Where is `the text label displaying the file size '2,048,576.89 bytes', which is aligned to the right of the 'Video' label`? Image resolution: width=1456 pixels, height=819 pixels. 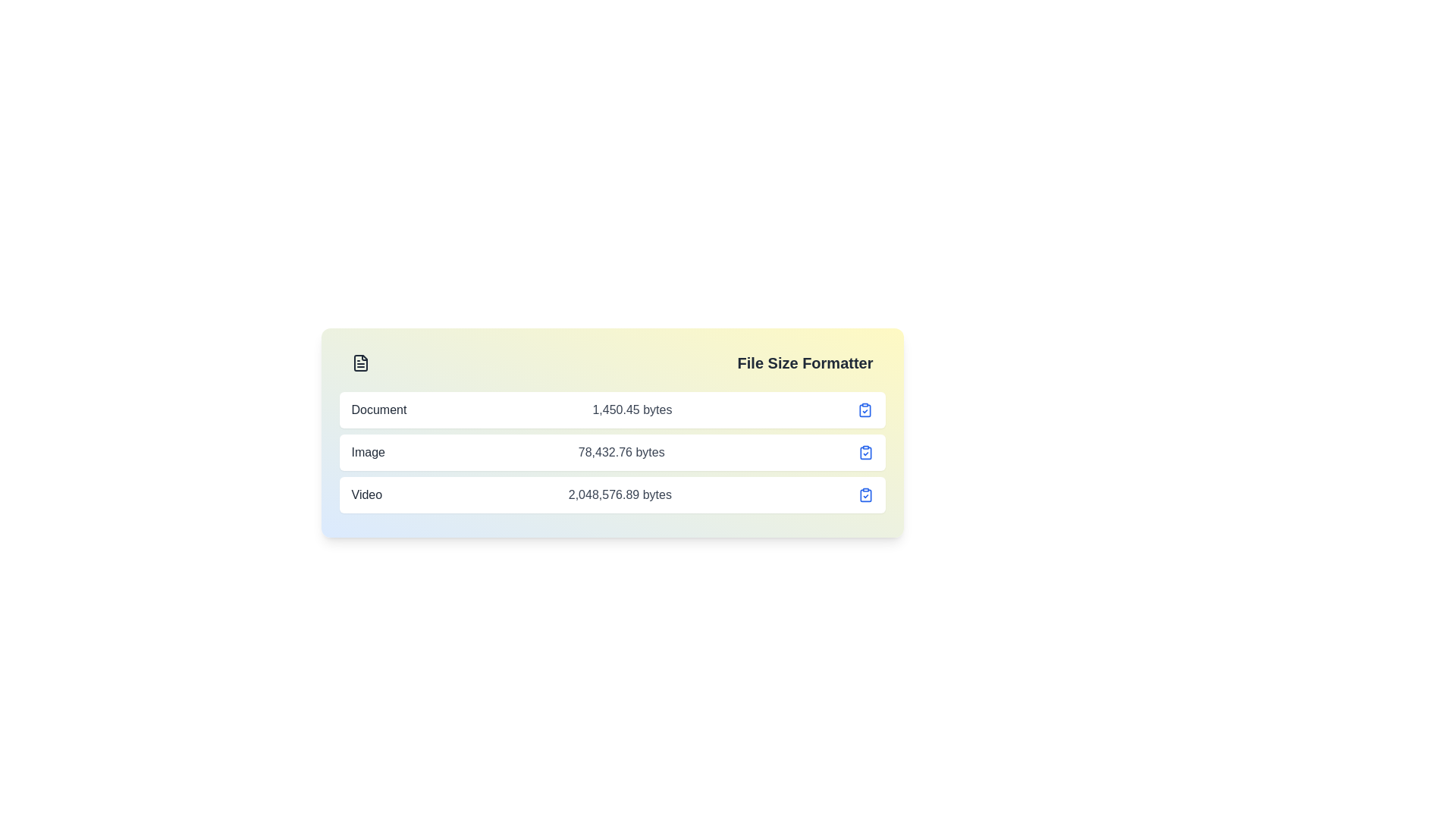
the text label displaying the file size '2,048,576.89 bytes', which is aligned to the right of the 'Video' label is located at coordinates (620, 494).